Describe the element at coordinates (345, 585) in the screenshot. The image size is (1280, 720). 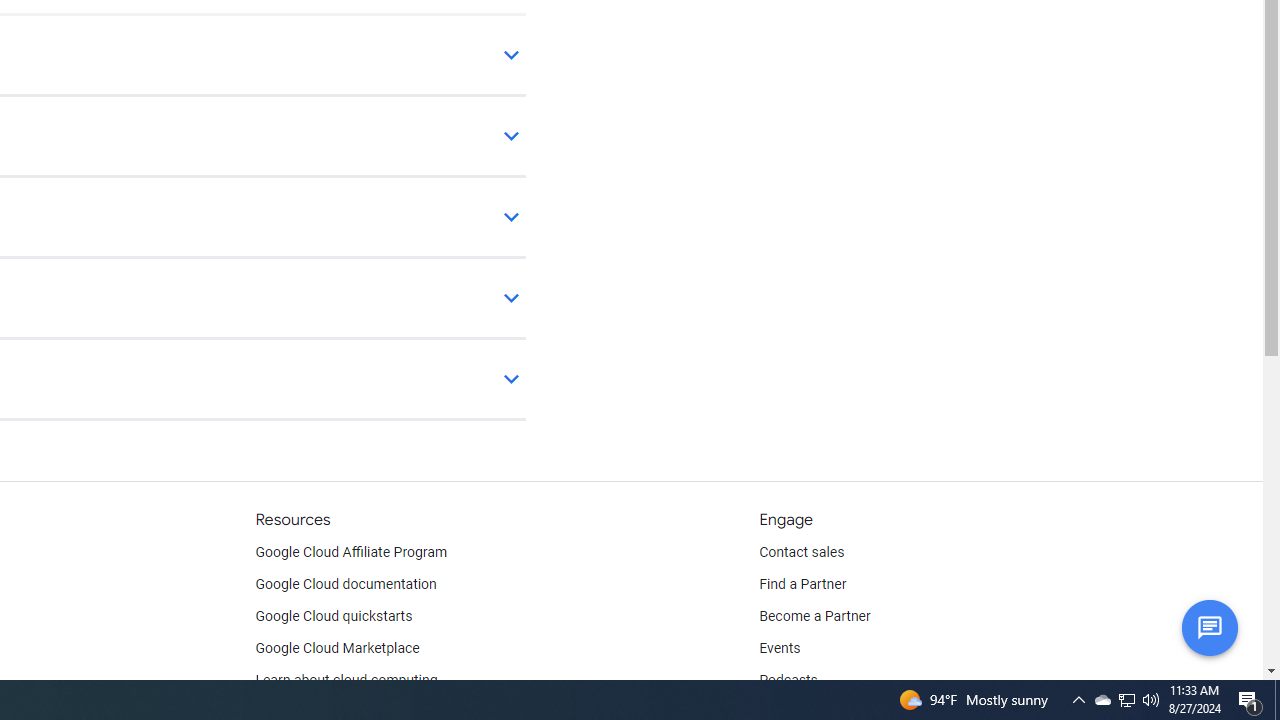
I see `'Google Cloud documentation'` at that location.